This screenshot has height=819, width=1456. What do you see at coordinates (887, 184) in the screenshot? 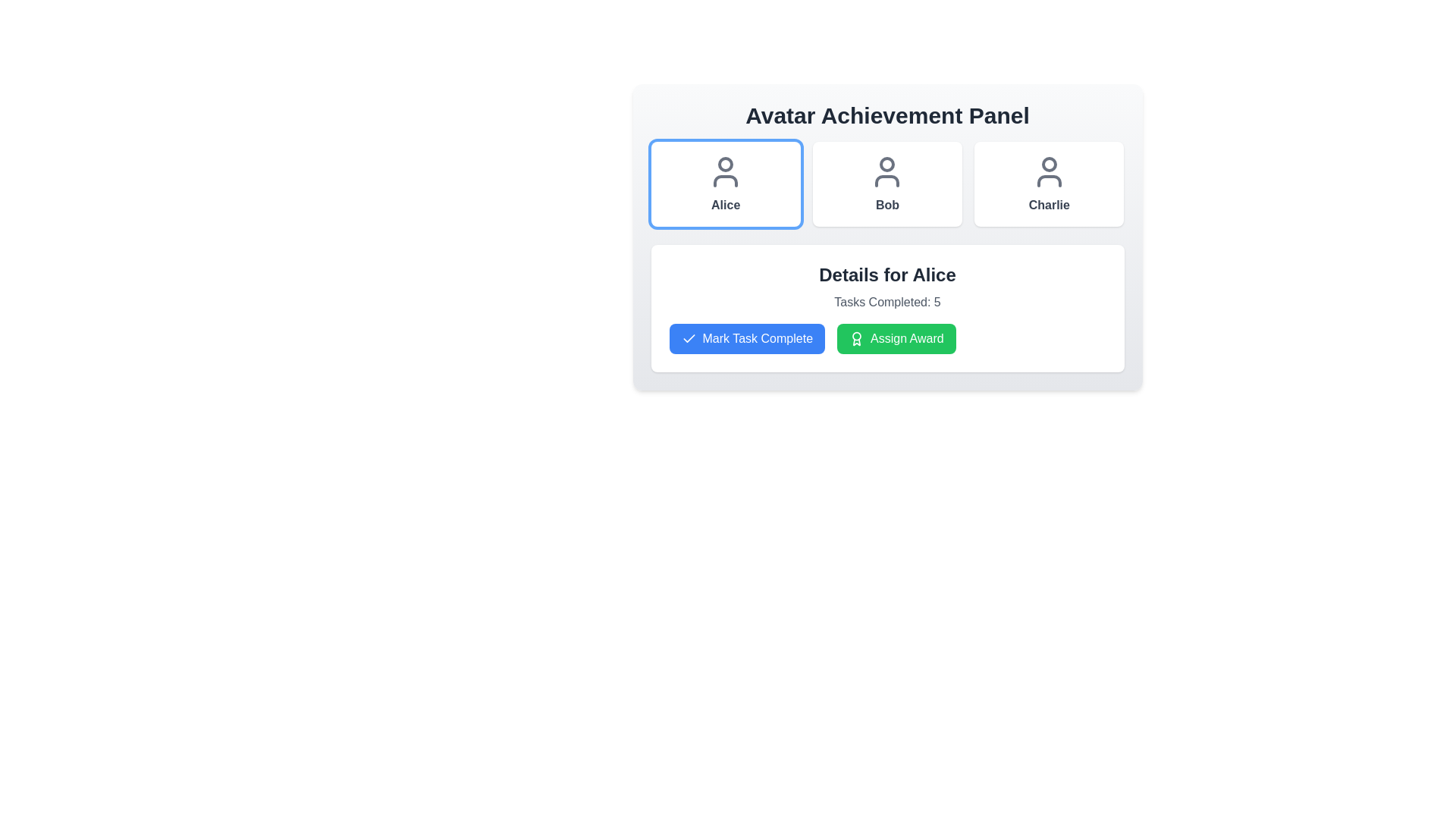
I see `the Profile card displaying 'Bob' in bold, dark gray font, which is the second card in a grid layout under the 'Avatar Achievement Panel'` at bounding box center [887, 184].